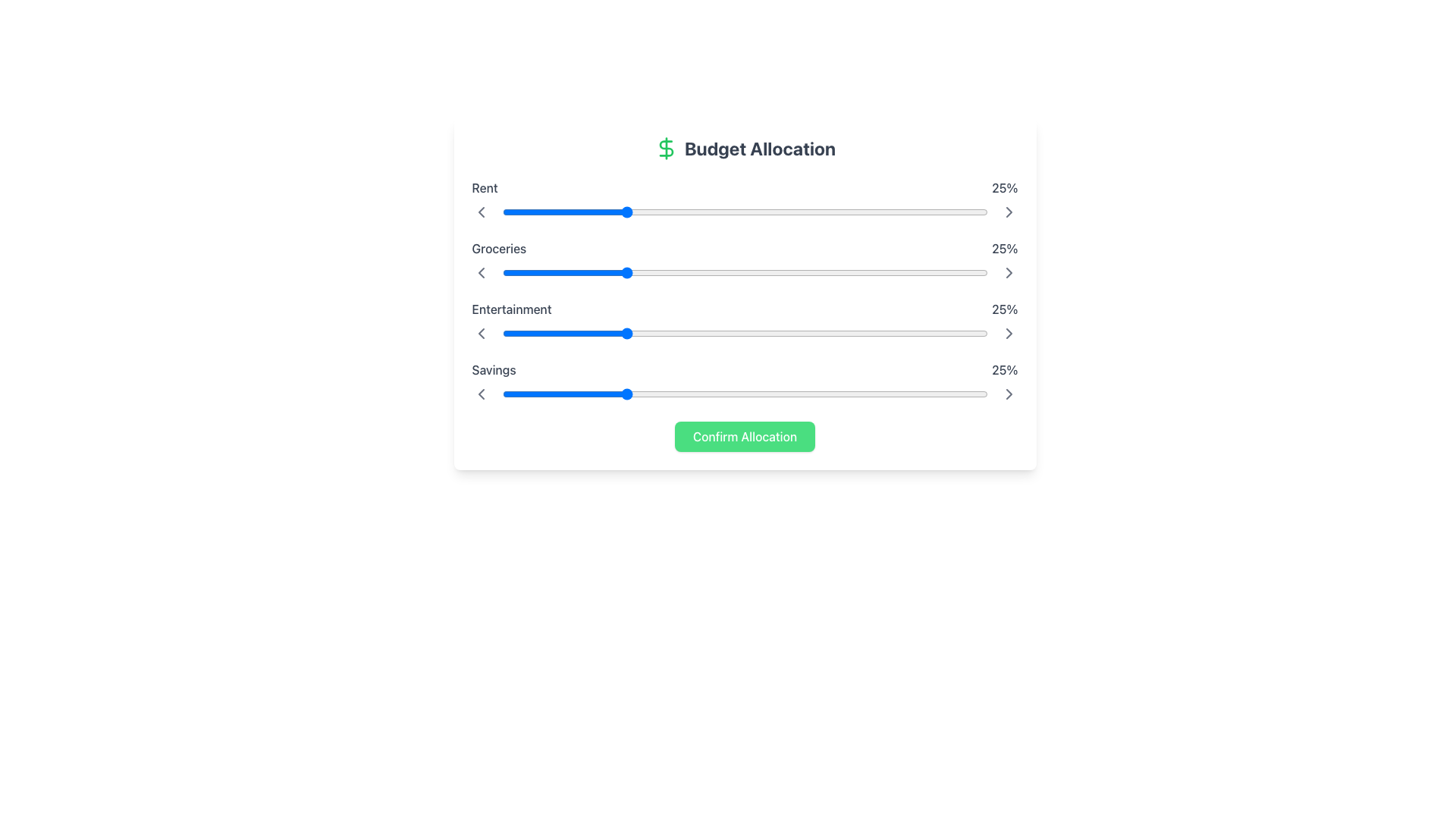 The width and height of the screenshot is (1456, 819). What do you see at coordinates (886, 271) in the screenshot?
I see `the slider value` at bounding box center [886, 271].